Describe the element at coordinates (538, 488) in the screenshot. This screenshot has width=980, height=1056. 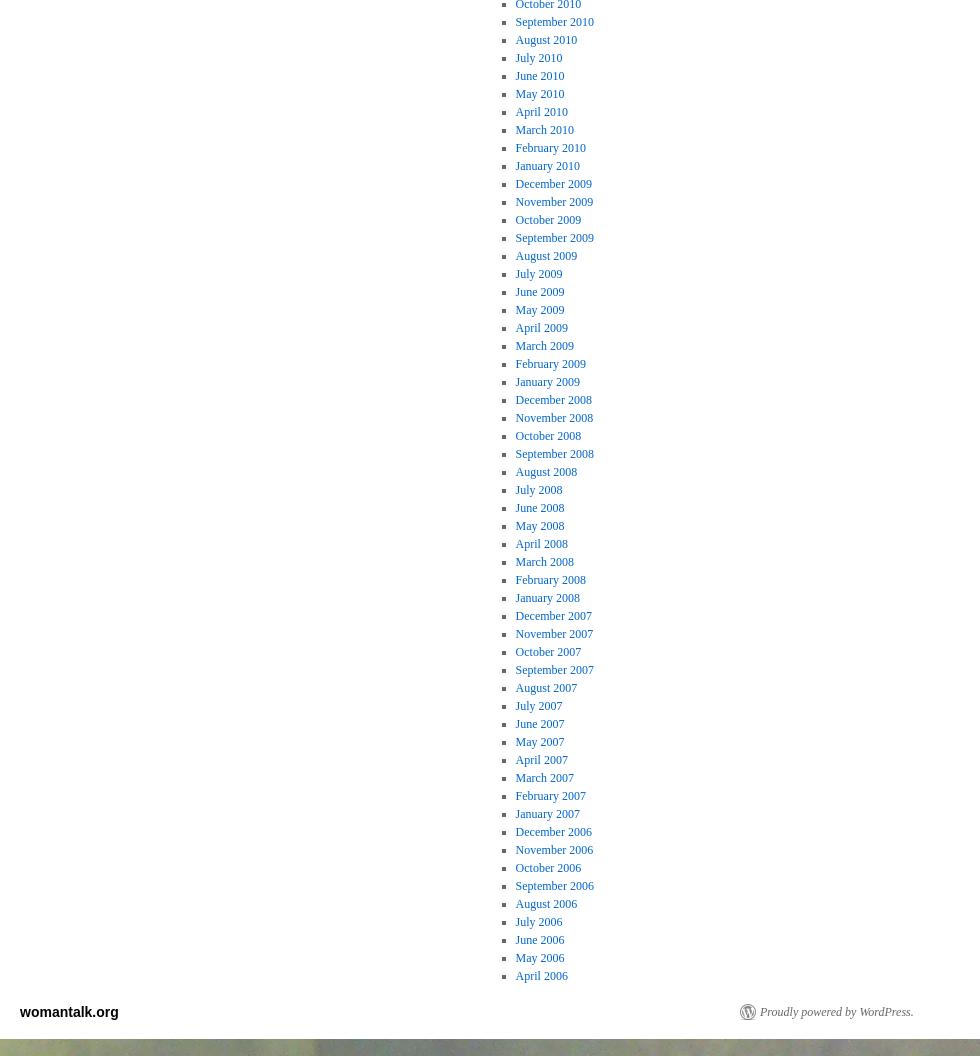
I see `'July 2008'` at that location.